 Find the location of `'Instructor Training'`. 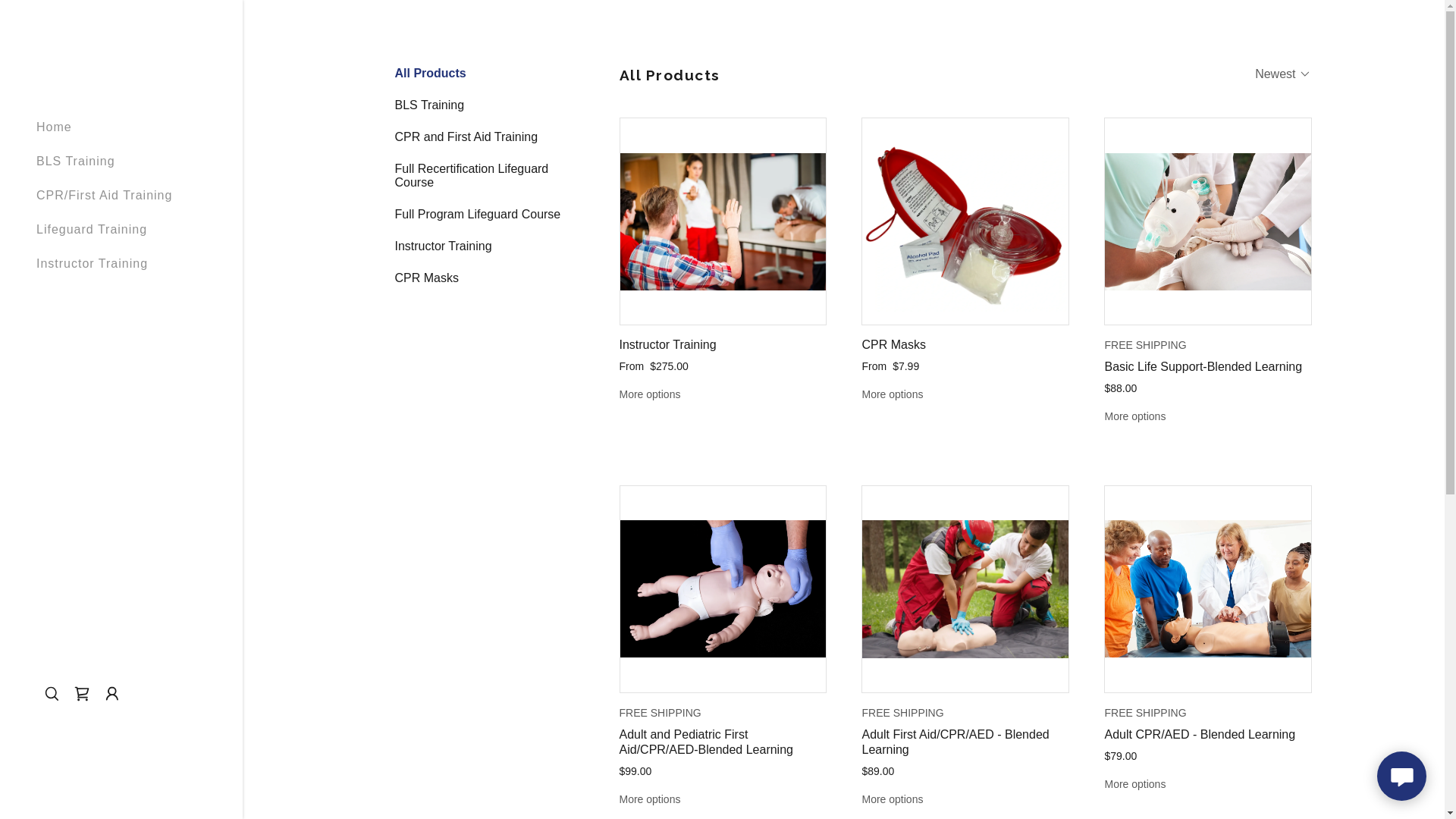

'Instructor Training' is located at coordinates (479, 245).